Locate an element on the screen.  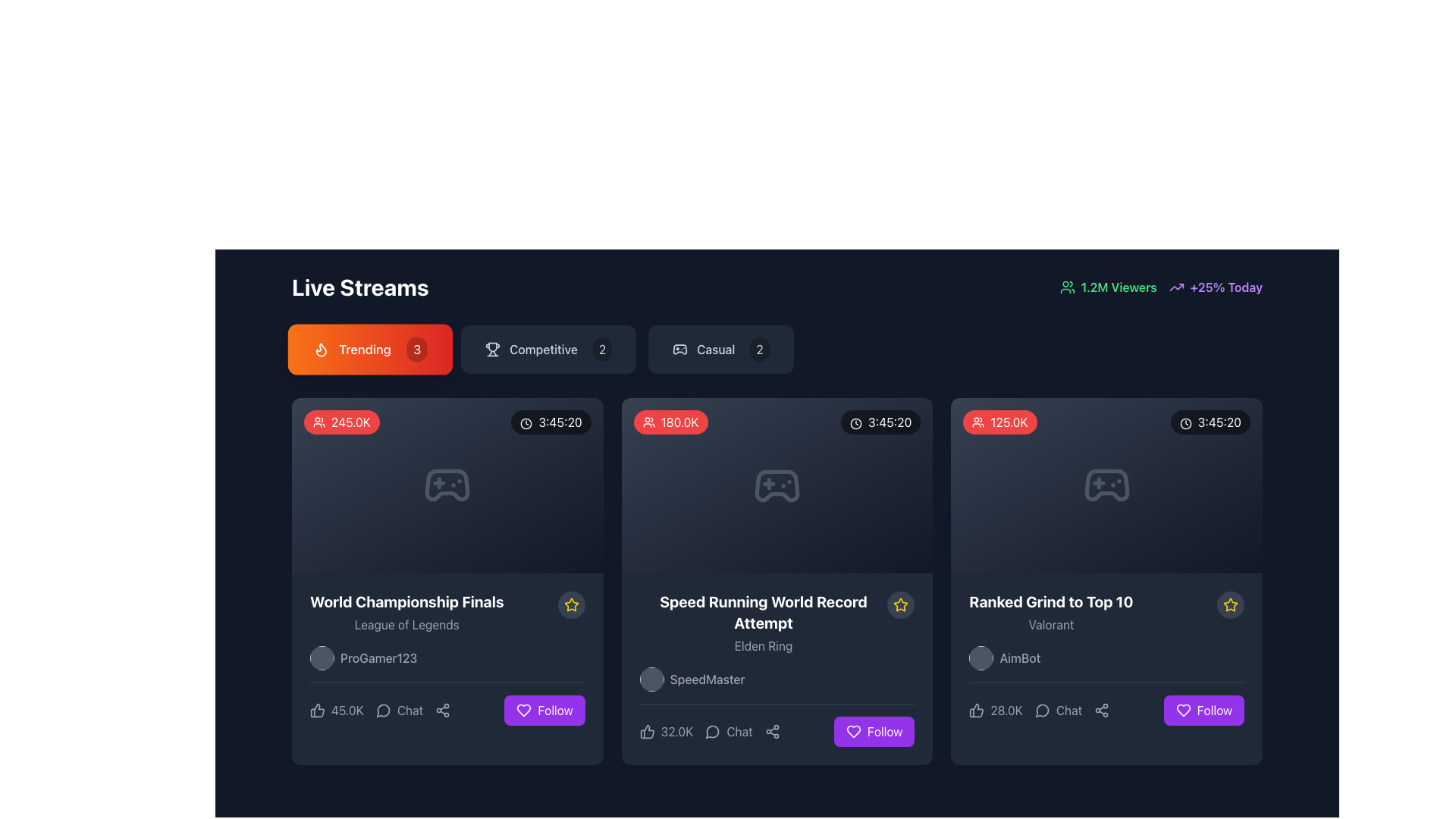
the Text with icon component displaying '1.2M Viewers', which features a green font and is prefixed by an icon of a group of people is located at coordinates (1108, 287).